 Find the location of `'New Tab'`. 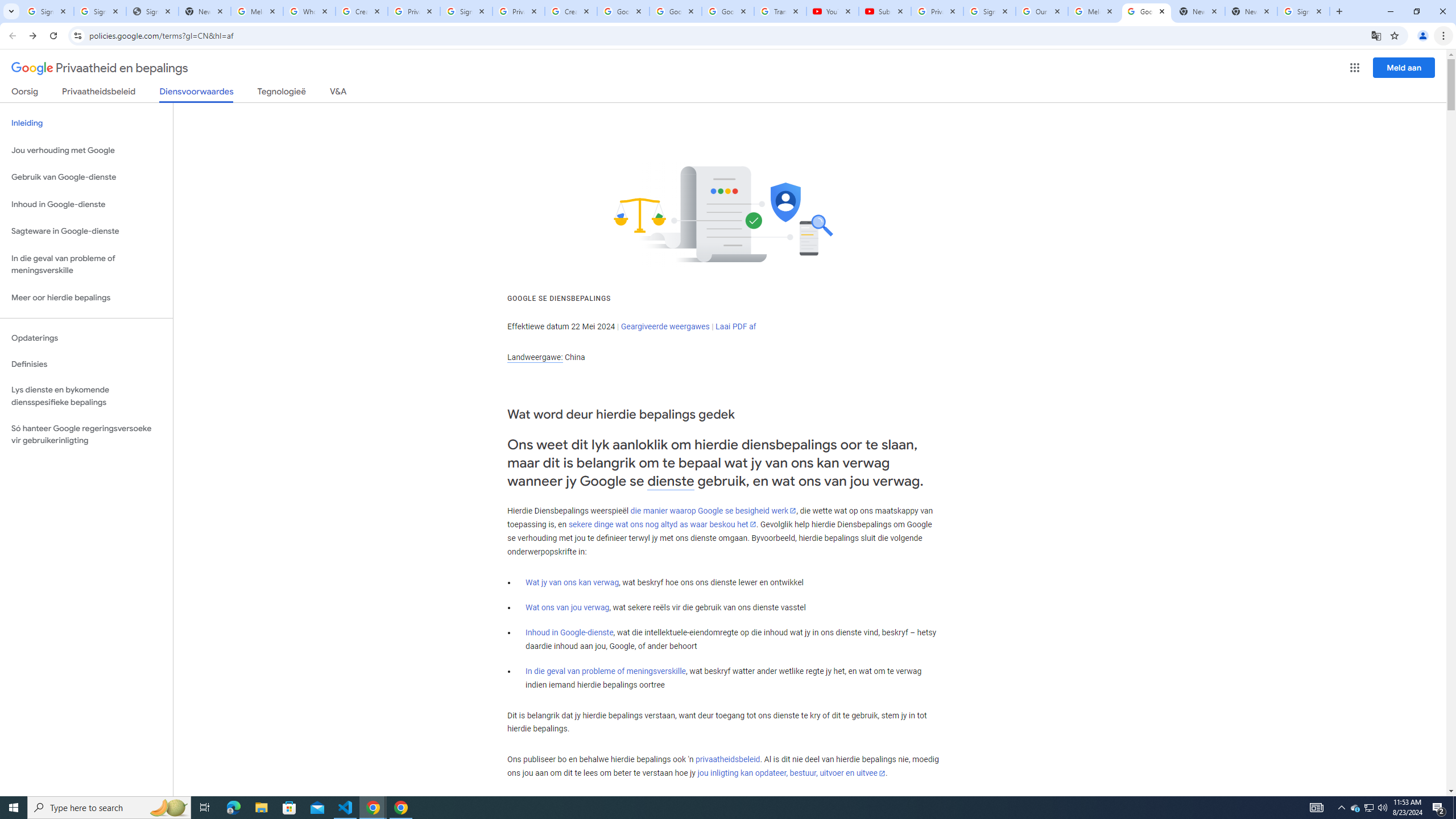

'New Tab' is located at coordinates (1251, 11).